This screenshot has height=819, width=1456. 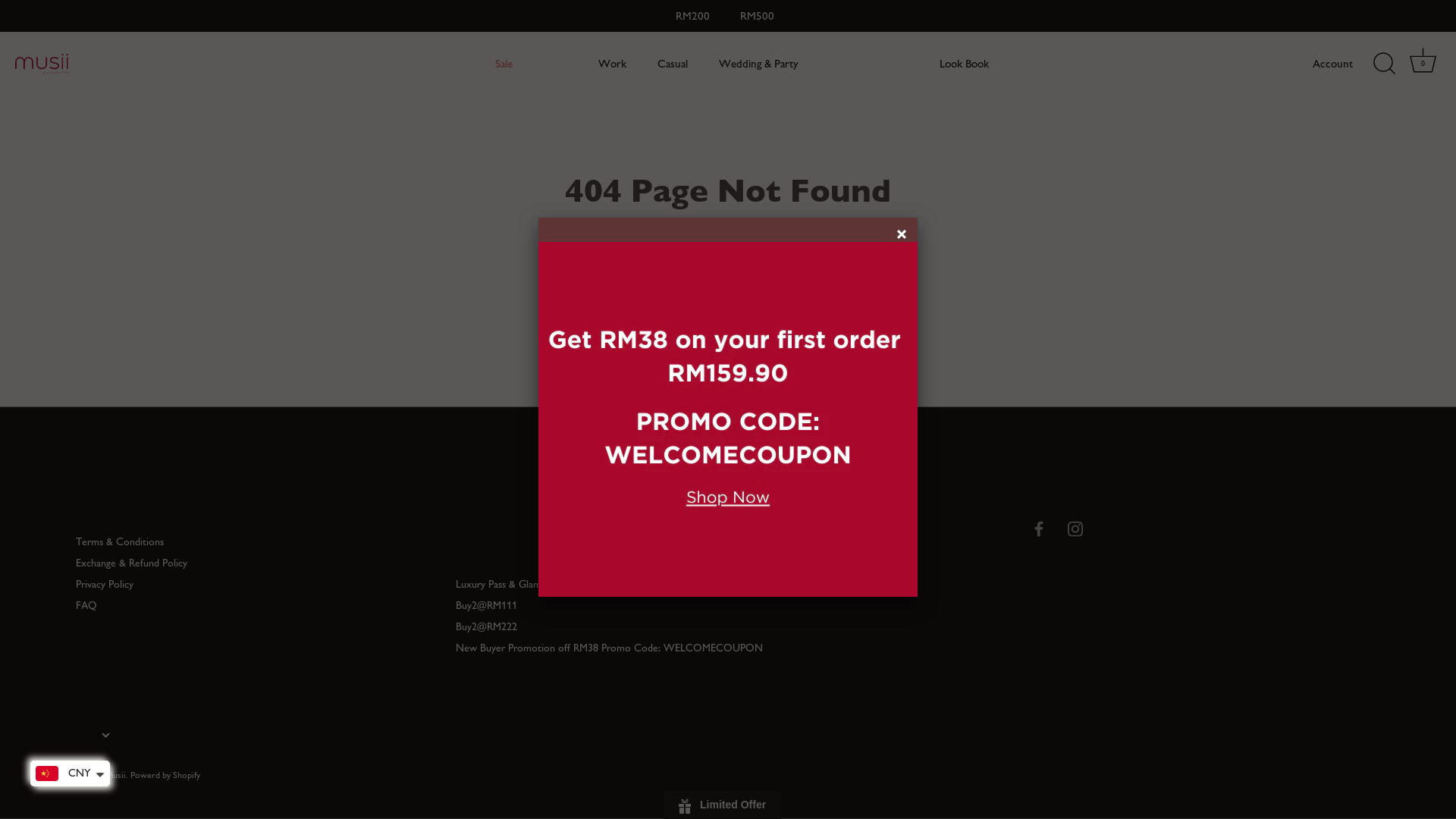 I want to click on 'Luxury Pass & Glamour Pass', so click(x=516, y=583).